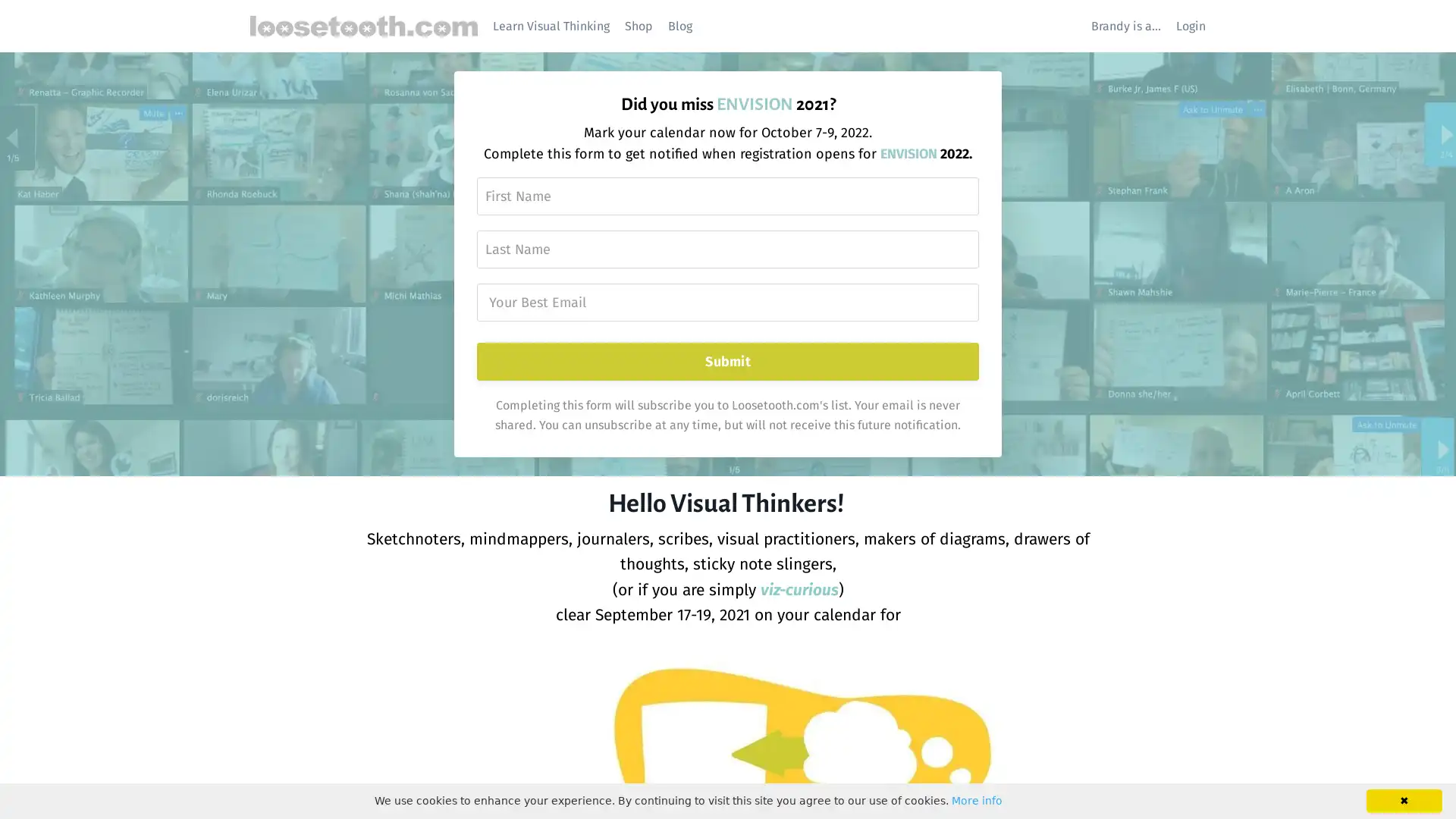 The image size is (1456, 819). What do you see at coordinates (726, 362) in the screenshot?
I see `Submit` at bounding box center [726, 362].